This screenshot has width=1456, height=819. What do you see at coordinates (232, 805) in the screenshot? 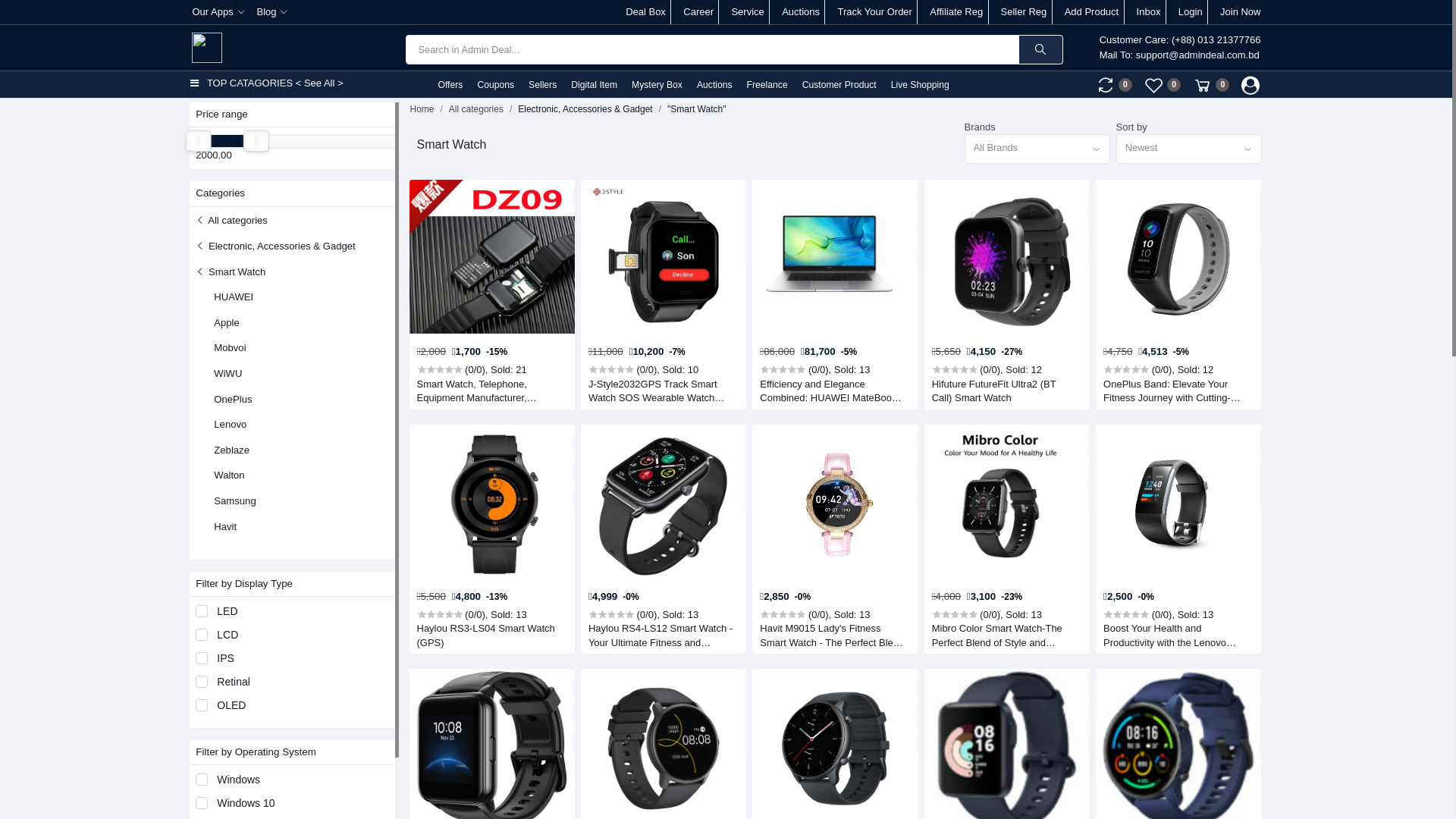
I see `'Fire Boltt'` at bounding box center [232, 805].